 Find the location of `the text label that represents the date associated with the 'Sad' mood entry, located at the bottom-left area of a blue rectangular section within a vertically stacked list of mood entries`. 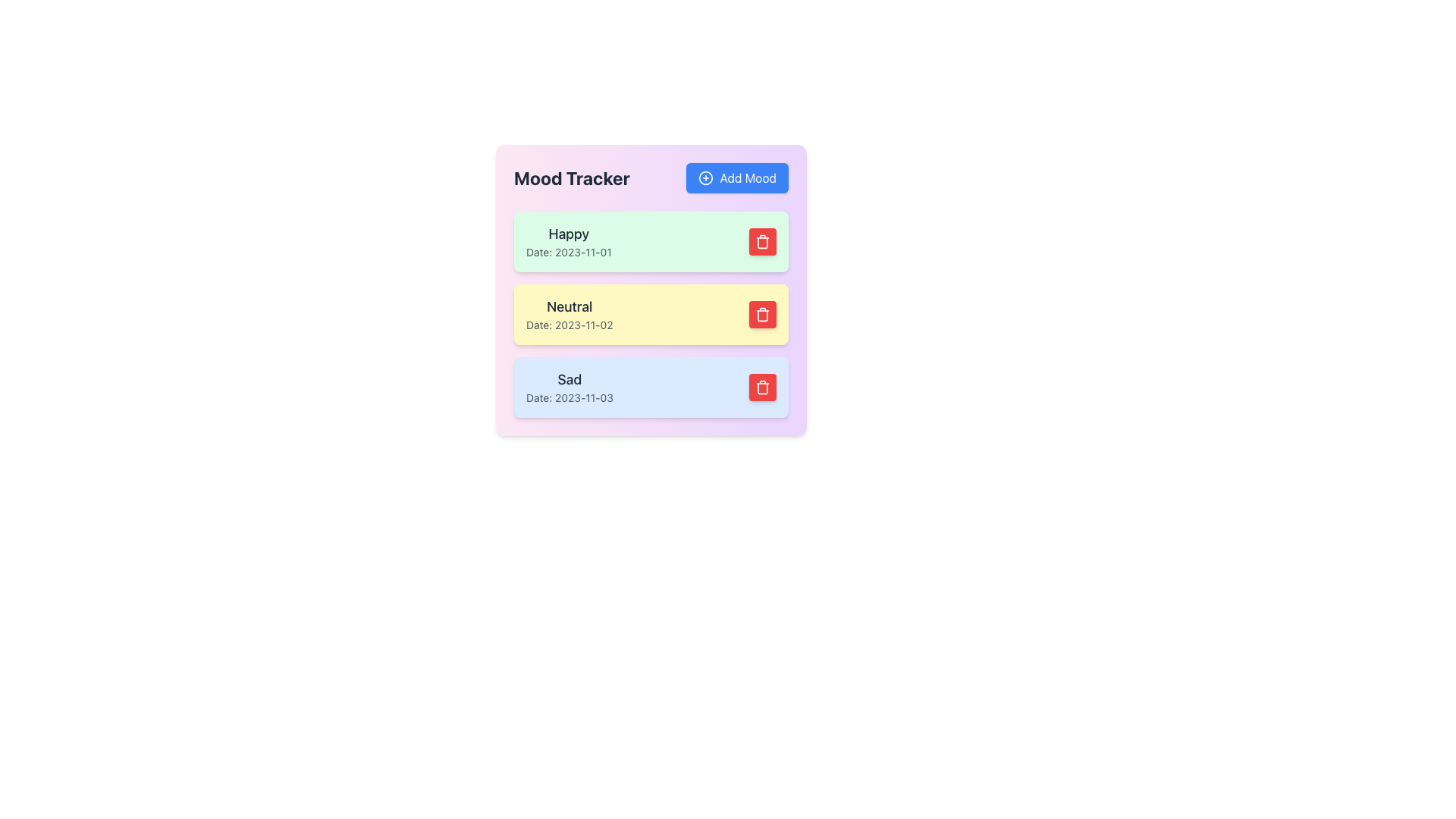

the text label that represents the date associated with the 'Sad' mood entry, located at the bottom-left area of a blue rectangular section within a vertically stacked list of mood entries is located at coordinates (569, 397).